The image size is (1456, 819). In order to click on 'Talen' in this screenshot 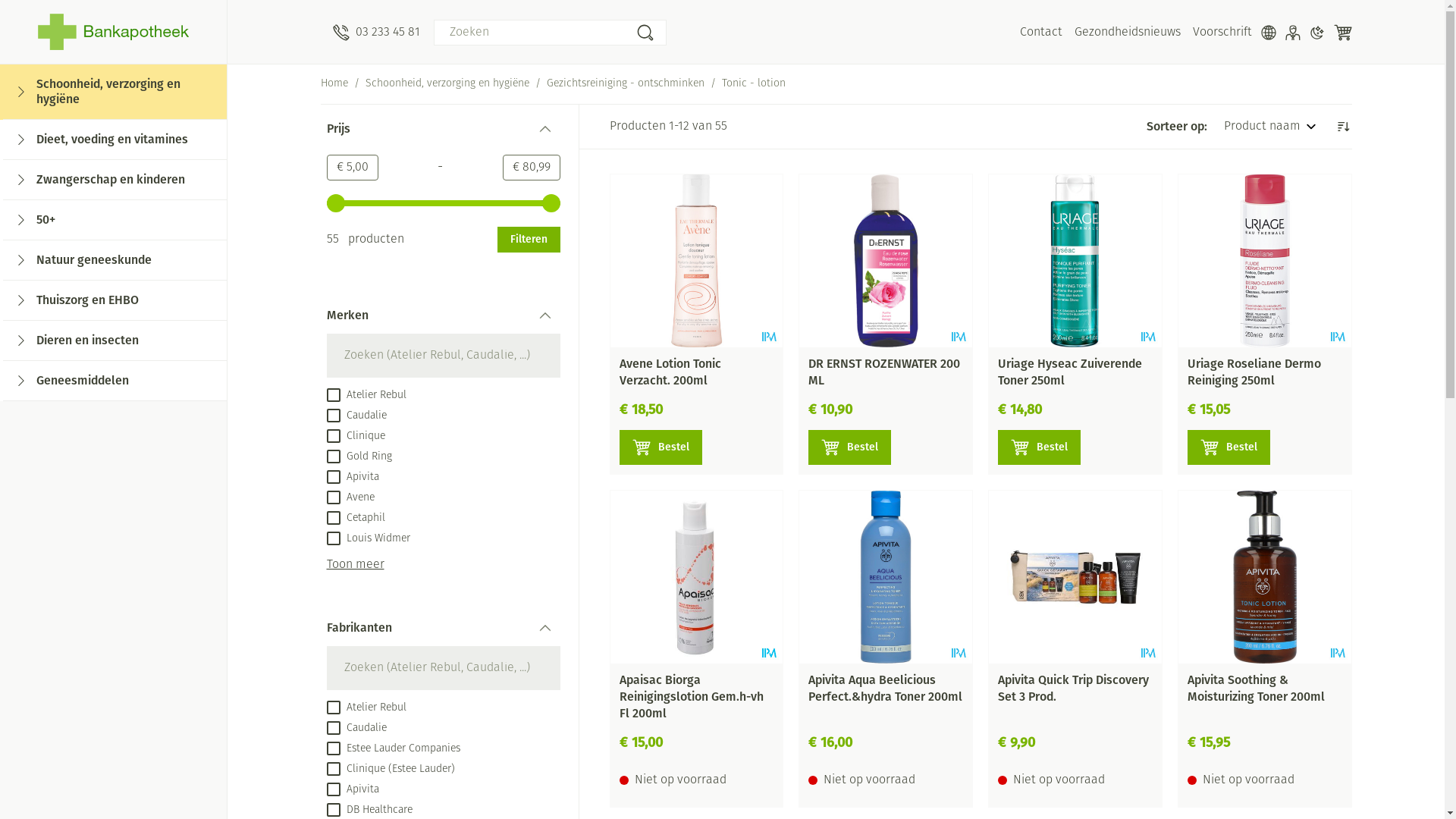, I will do `click(1267, 32)`.